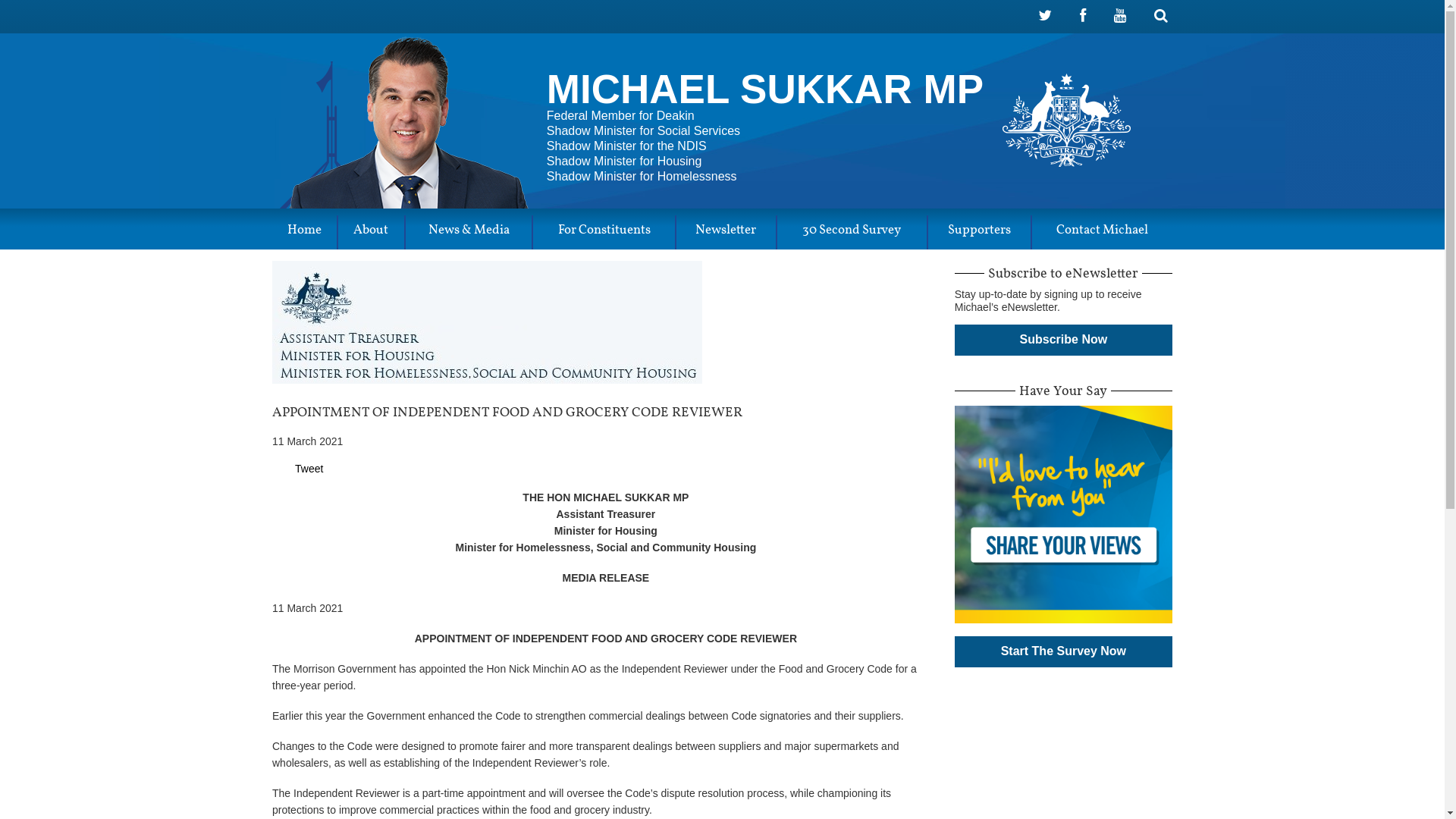 Image resolution: width=1456 pixels, height=819 pixels. I want to click on 'For Constituents', so click(603, 232).